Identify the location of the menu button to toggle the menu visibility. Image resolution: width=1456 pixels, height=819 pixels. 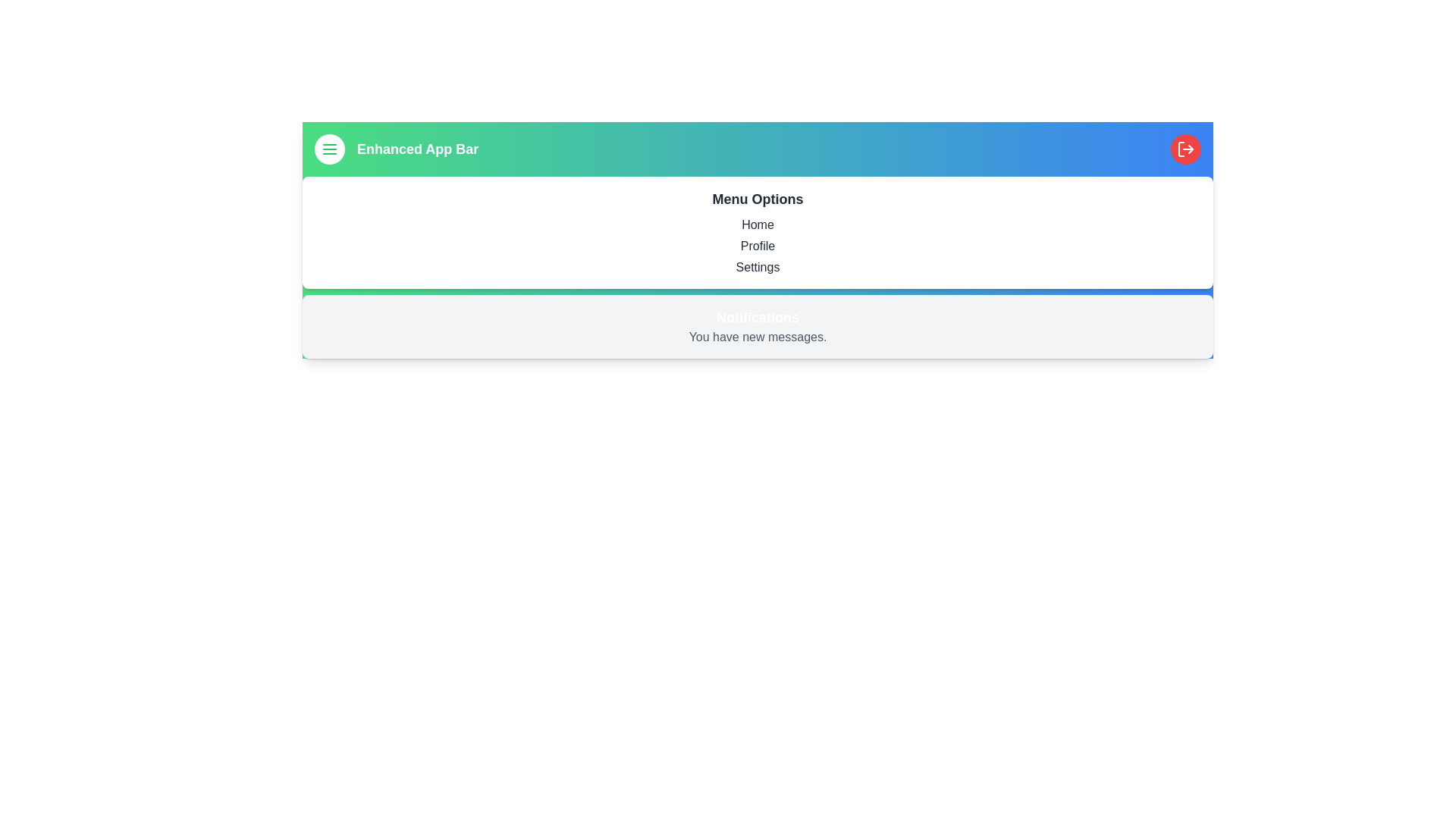
(329, 149).